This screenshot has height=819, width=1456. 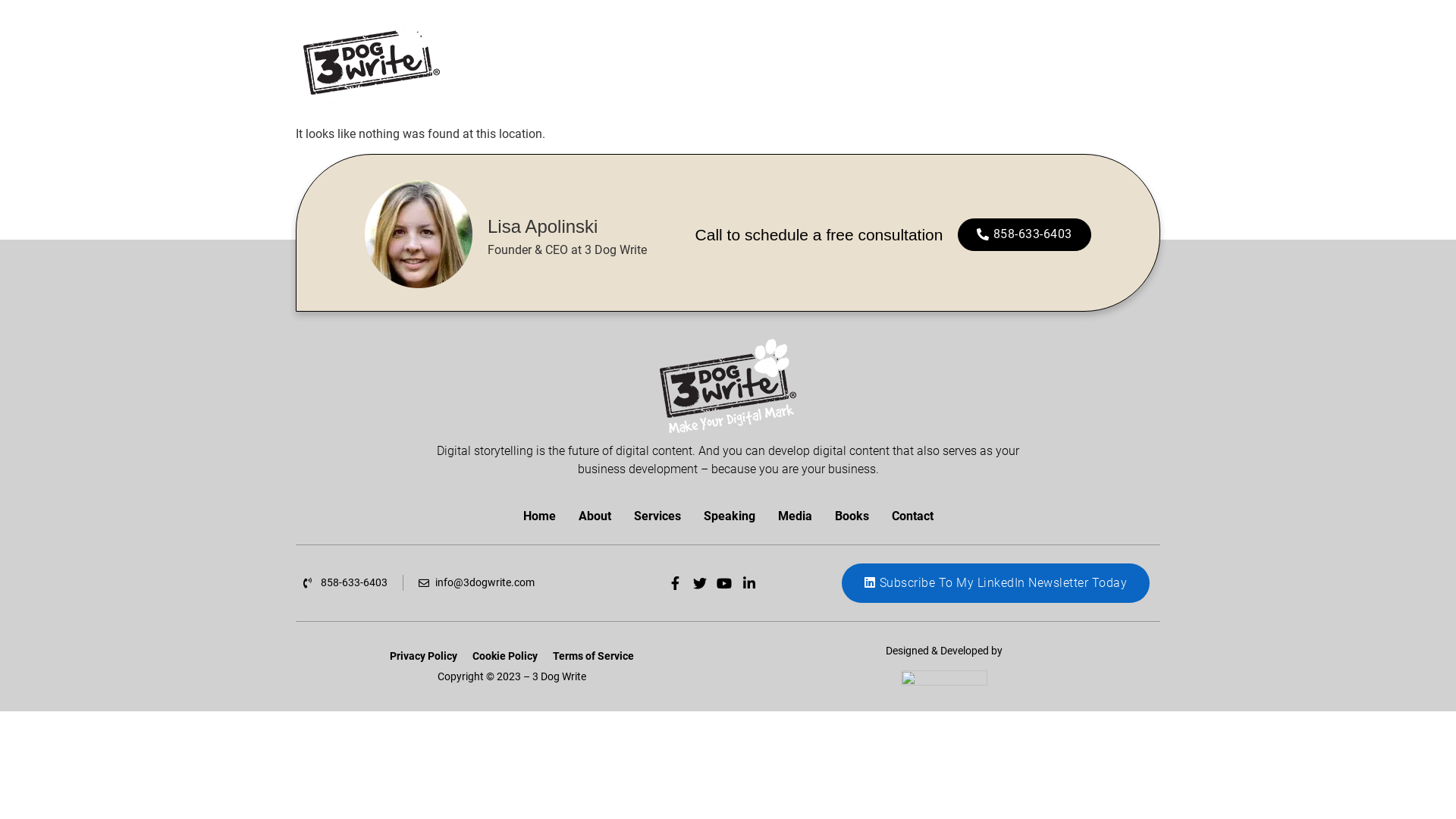 I want to click on 'About', so click(x=594, y=516).